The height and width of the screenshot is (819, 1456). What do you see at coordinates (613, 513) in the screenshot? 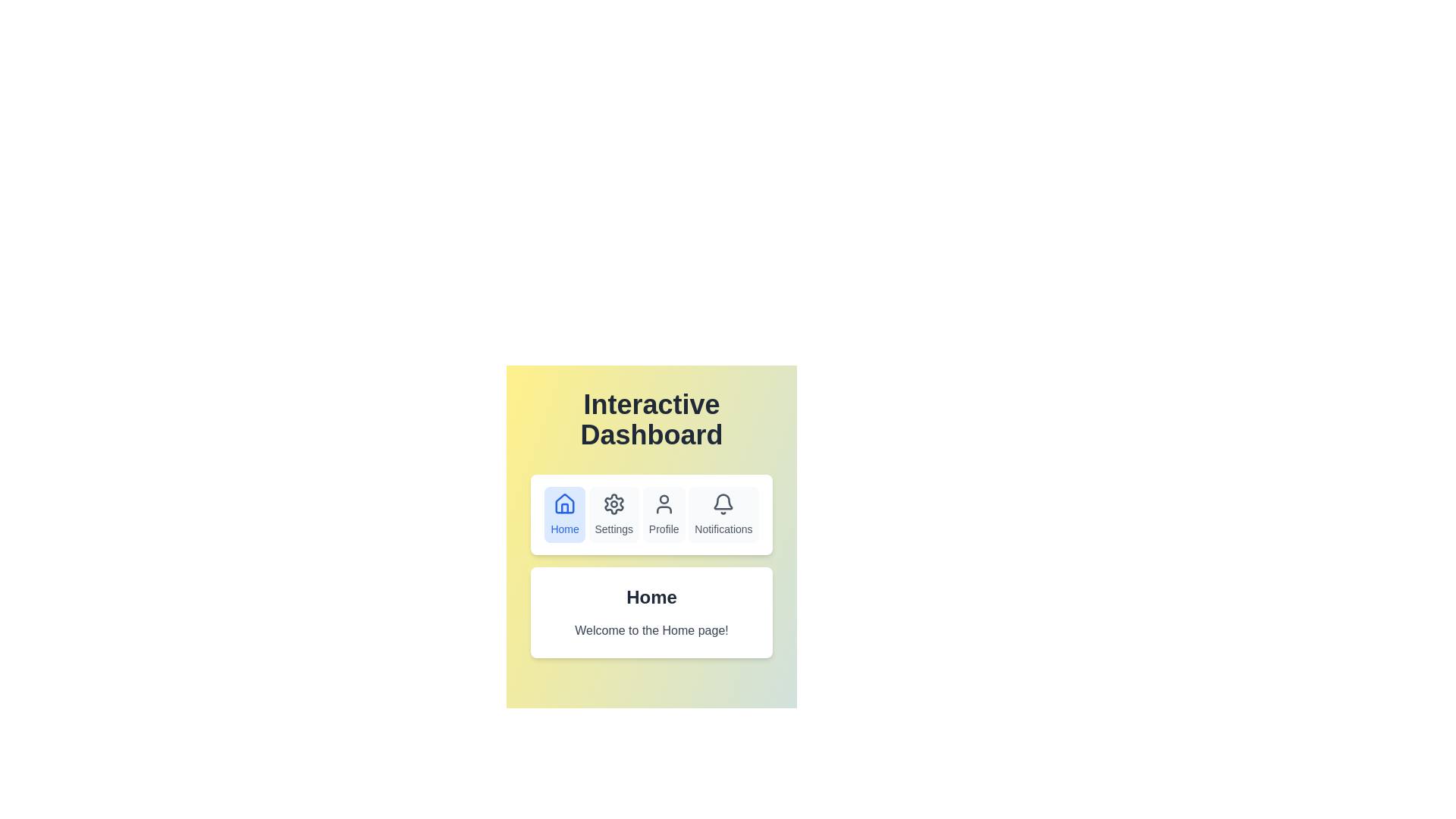
I see `the Settings tab in the navigation bar` at bounding box center [613, 513].